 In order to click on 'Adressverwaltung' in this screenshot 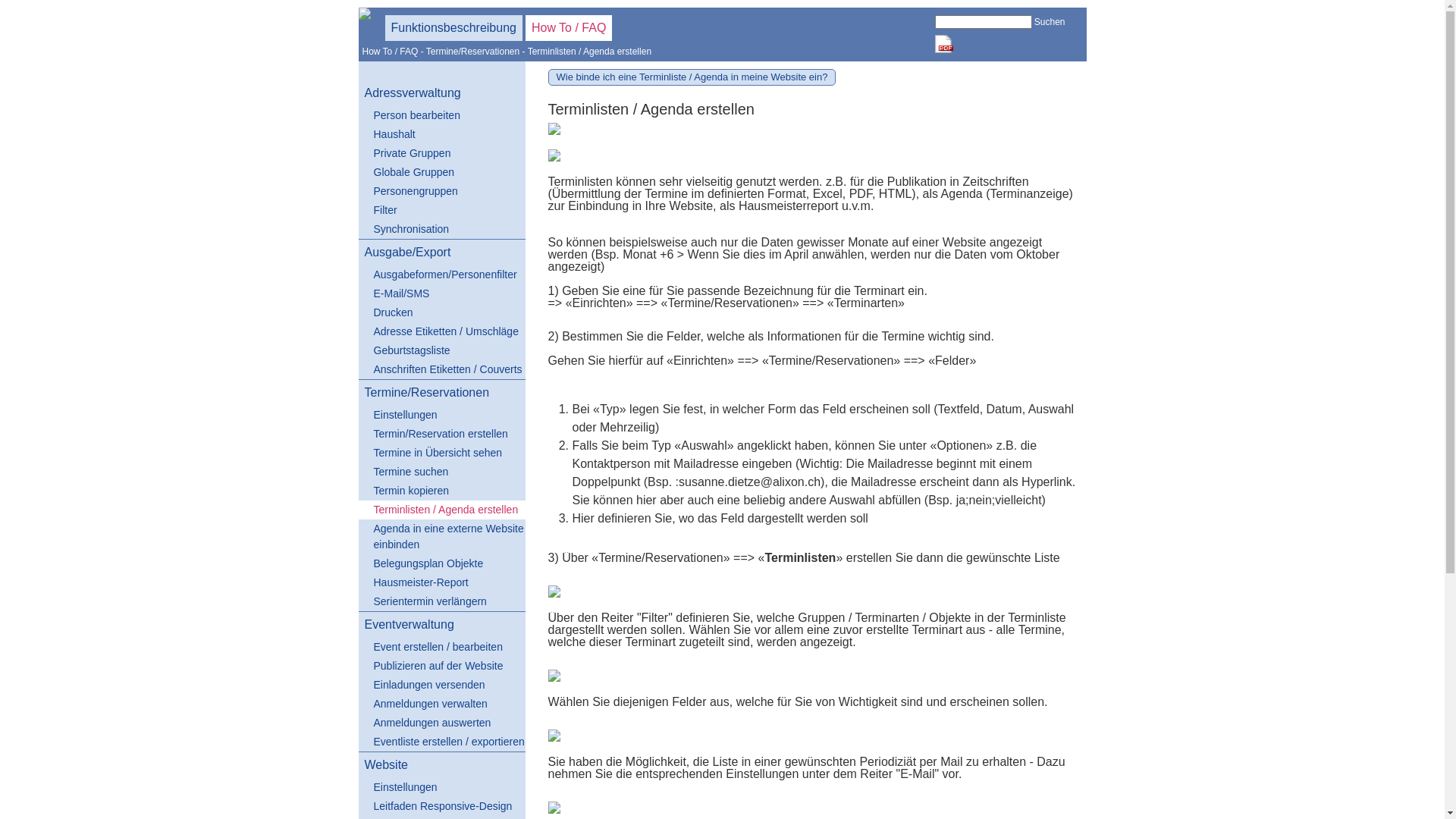, I will do `click(440, 93)`.